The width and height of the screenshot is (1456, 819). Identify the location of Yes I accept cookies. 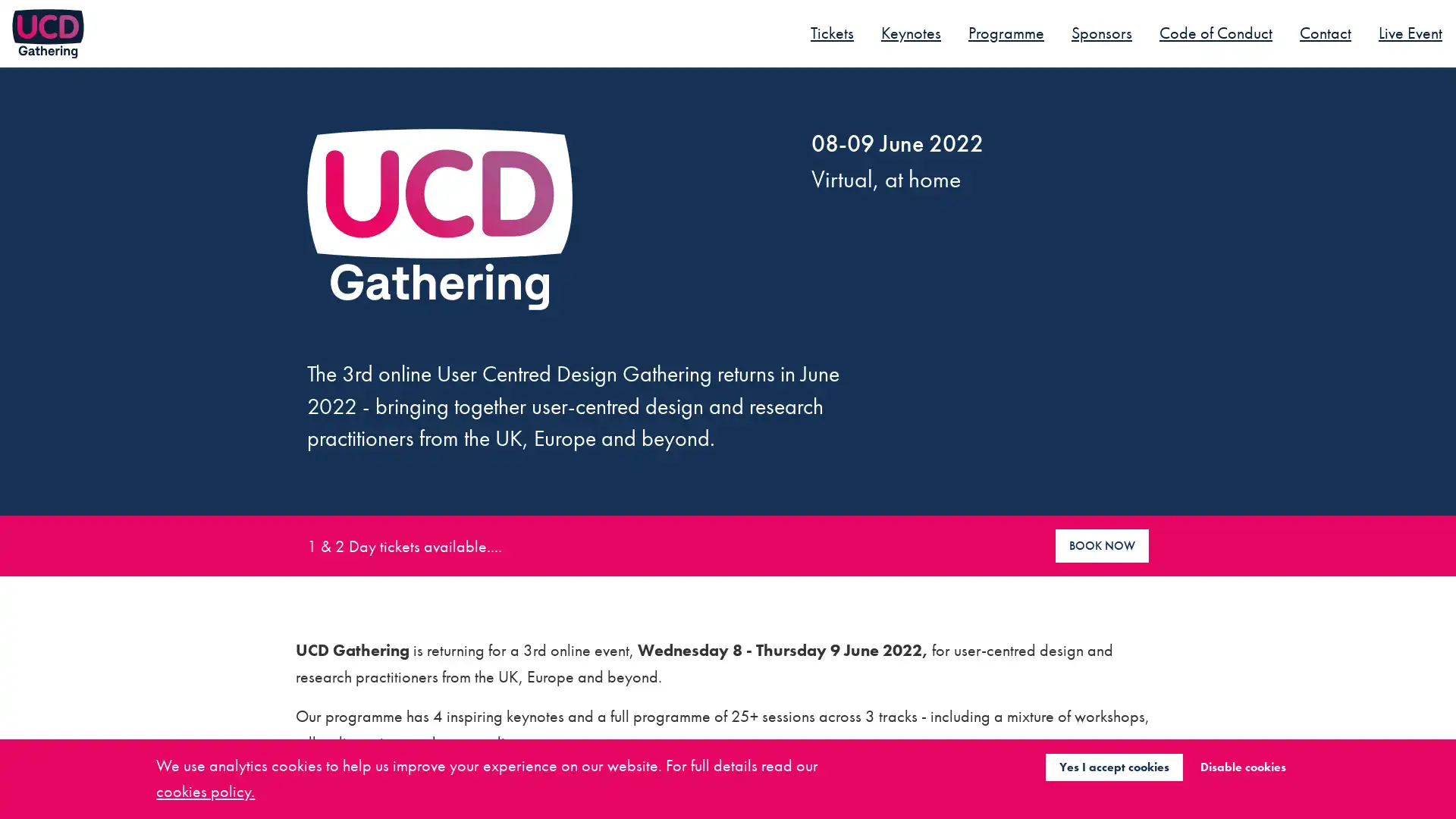
(1113, 766).